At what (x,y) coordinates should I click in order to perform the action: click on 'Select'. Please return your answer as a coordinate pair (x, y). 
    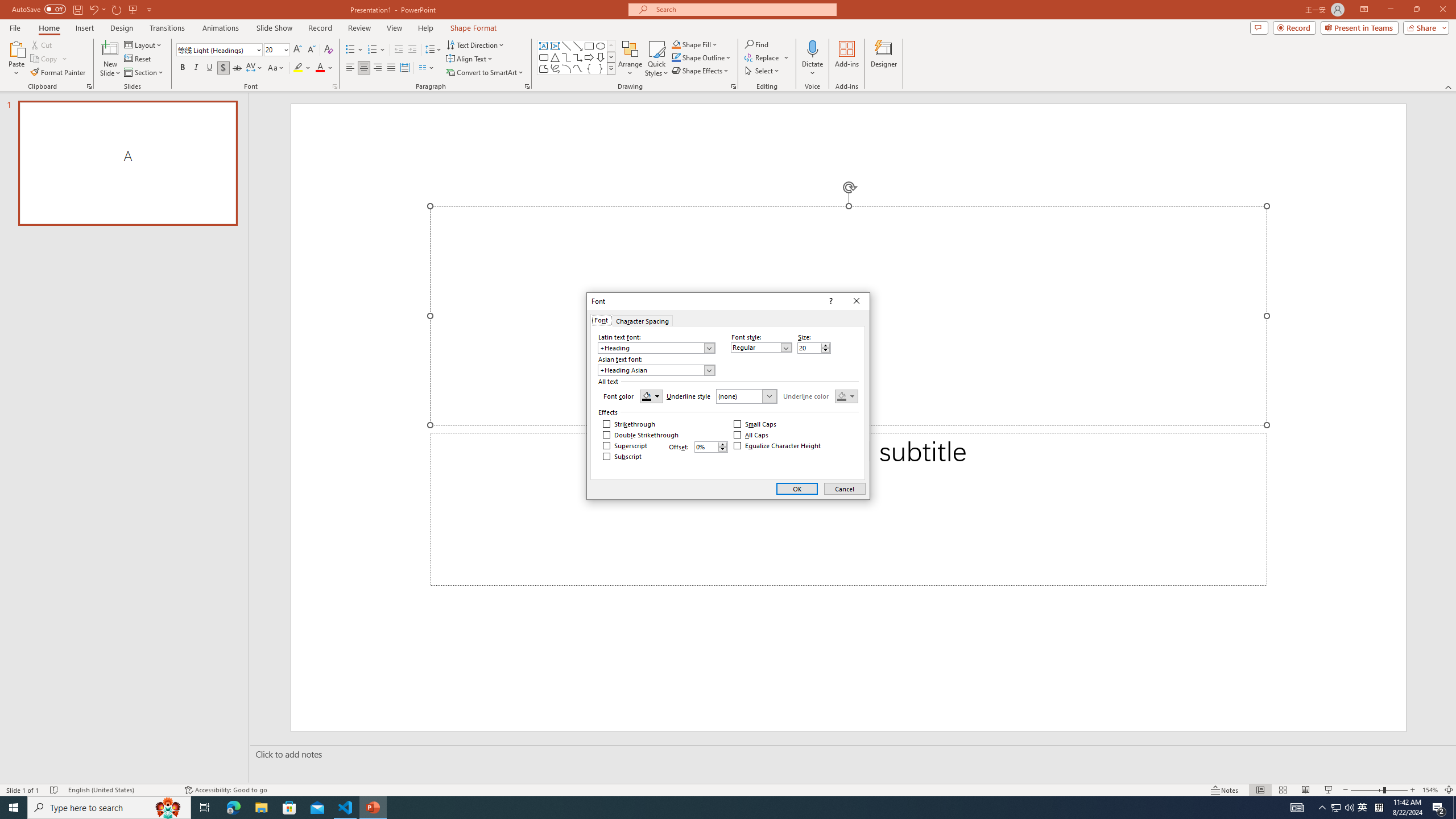
    Looking at the image, I should click on (763, 69).